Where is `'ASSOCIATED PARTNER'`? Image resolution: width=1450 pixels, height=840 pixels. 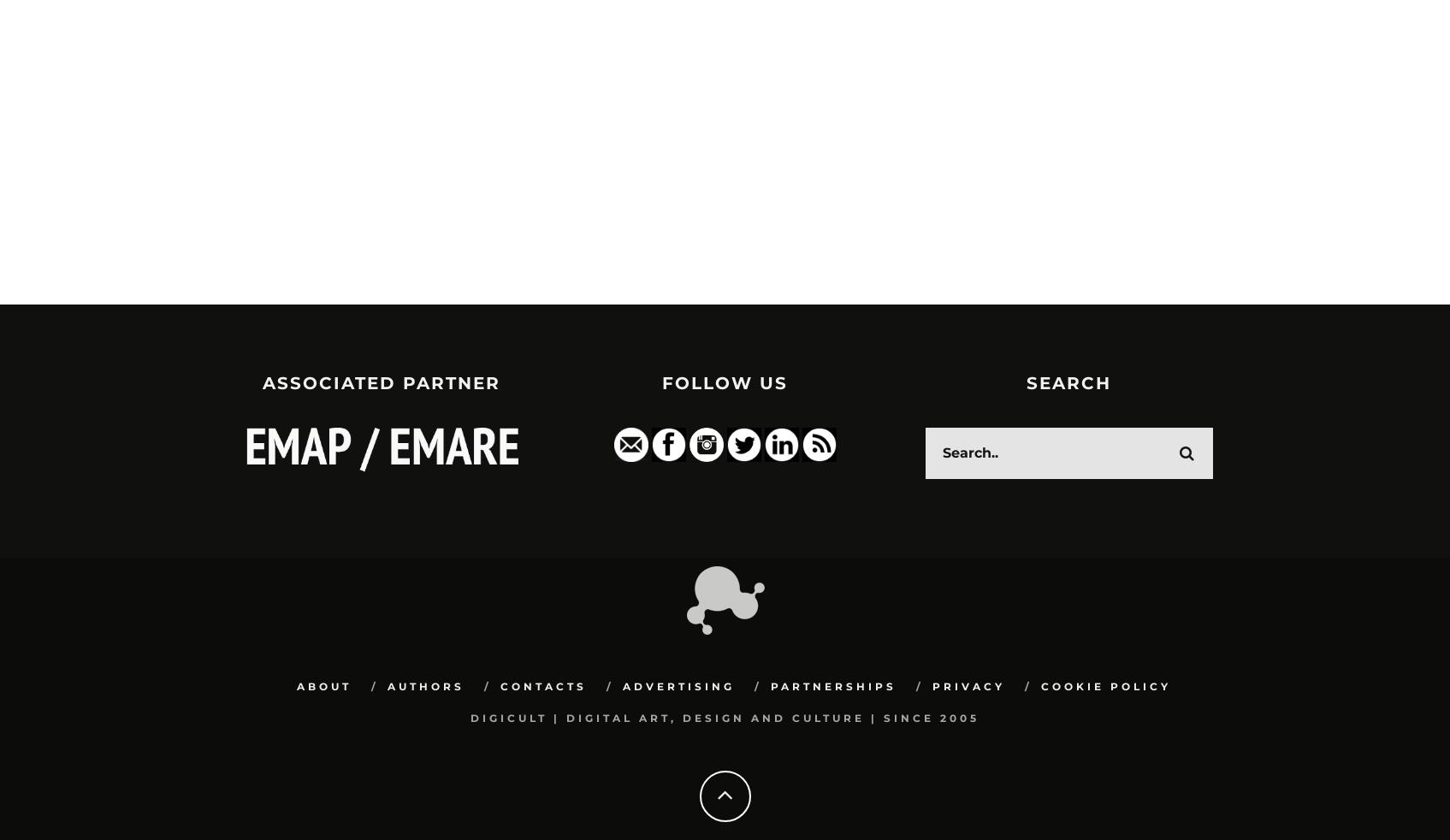 'ASSOCIATED PARTNER' is located at coordinates (380, 382).